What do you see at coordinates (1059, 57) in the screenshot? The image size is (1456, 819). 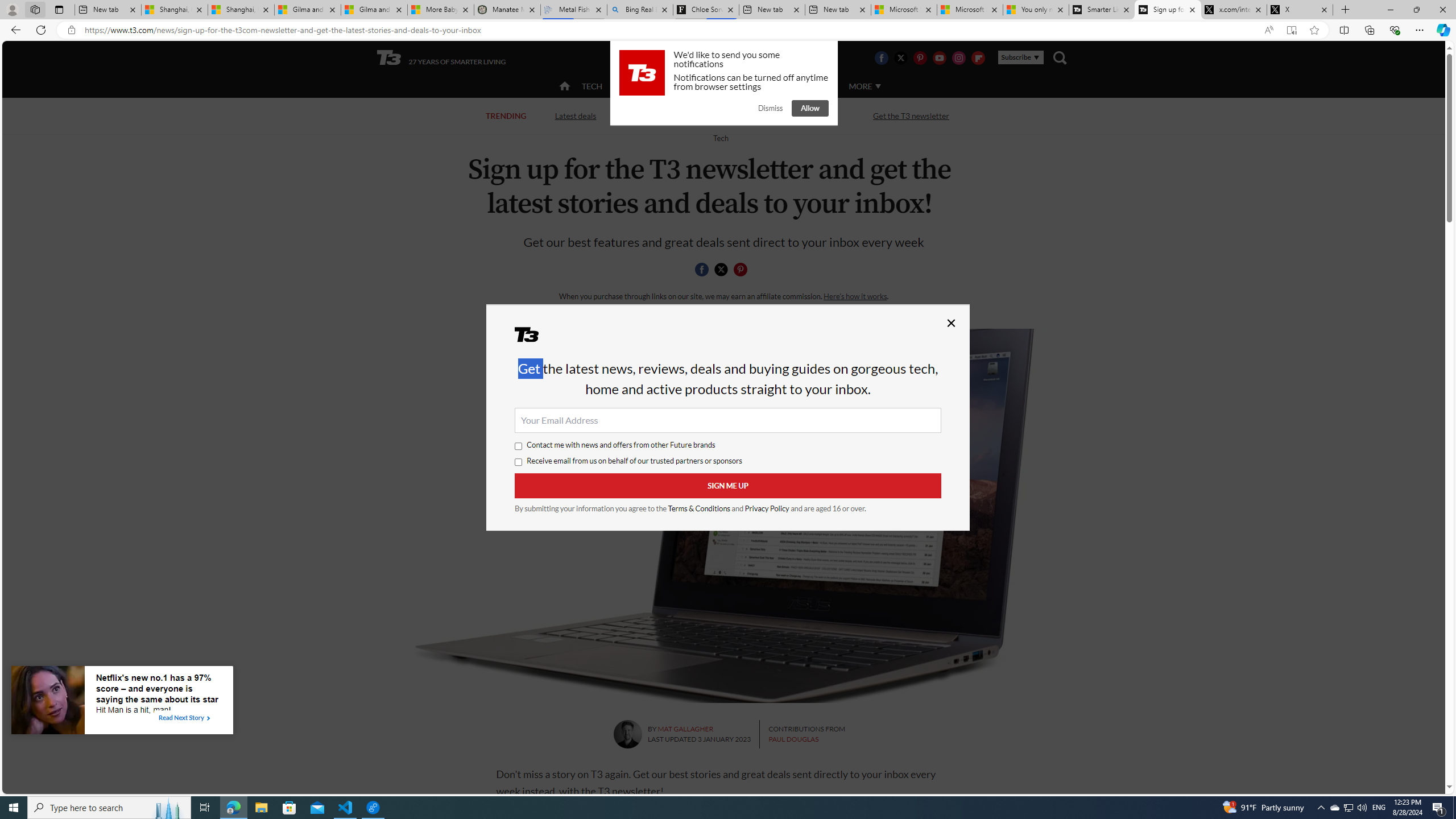 I see `'Class: navigation__search'` at bounding box center [1059, 57].